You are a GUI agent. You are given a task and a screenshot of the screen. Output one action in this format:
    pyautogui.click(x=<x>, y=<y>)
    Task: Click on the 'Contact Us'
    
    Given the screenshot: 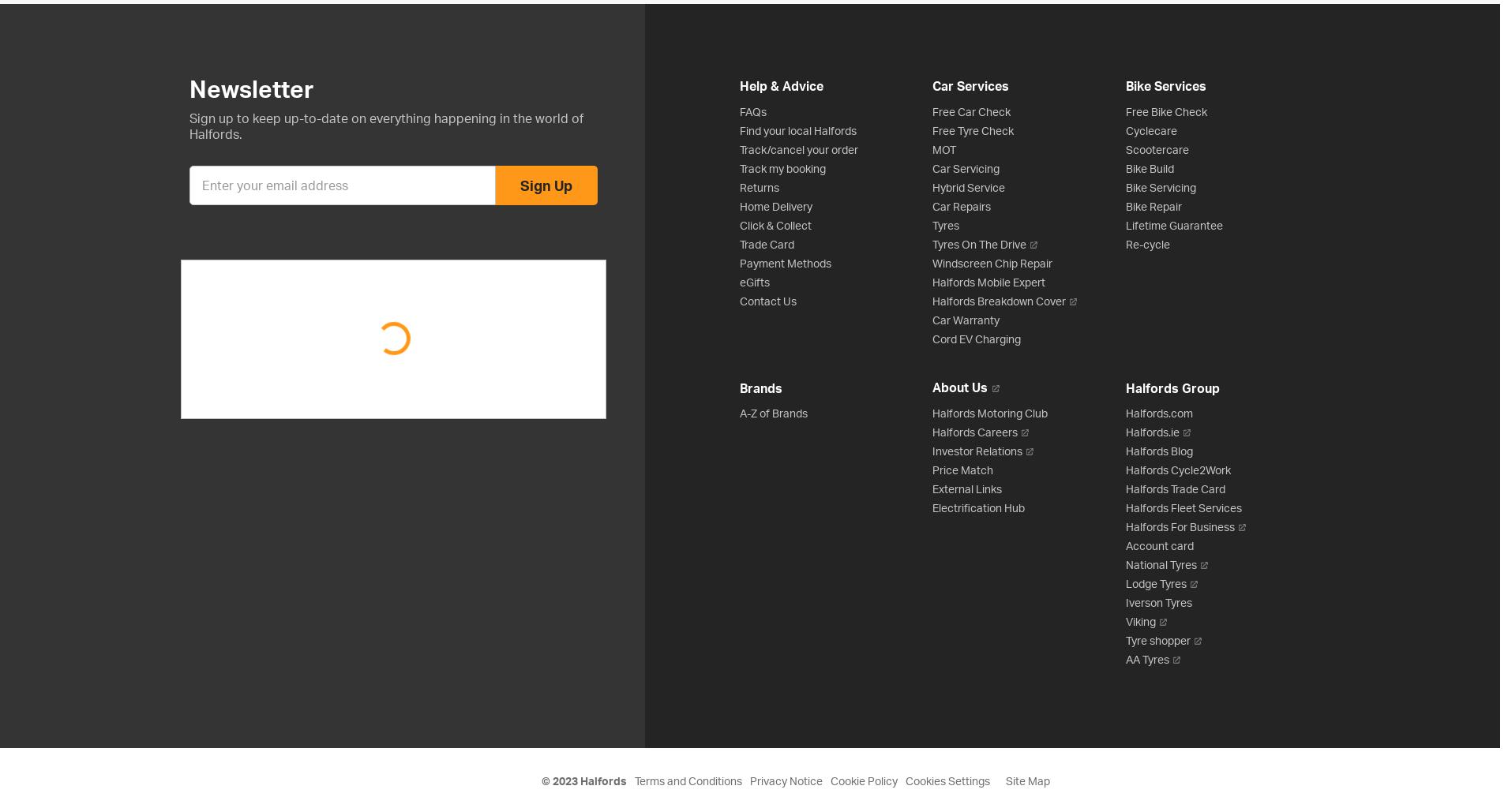 What is the action you would take?
    pyautogui.click(x=740, y=300)
    